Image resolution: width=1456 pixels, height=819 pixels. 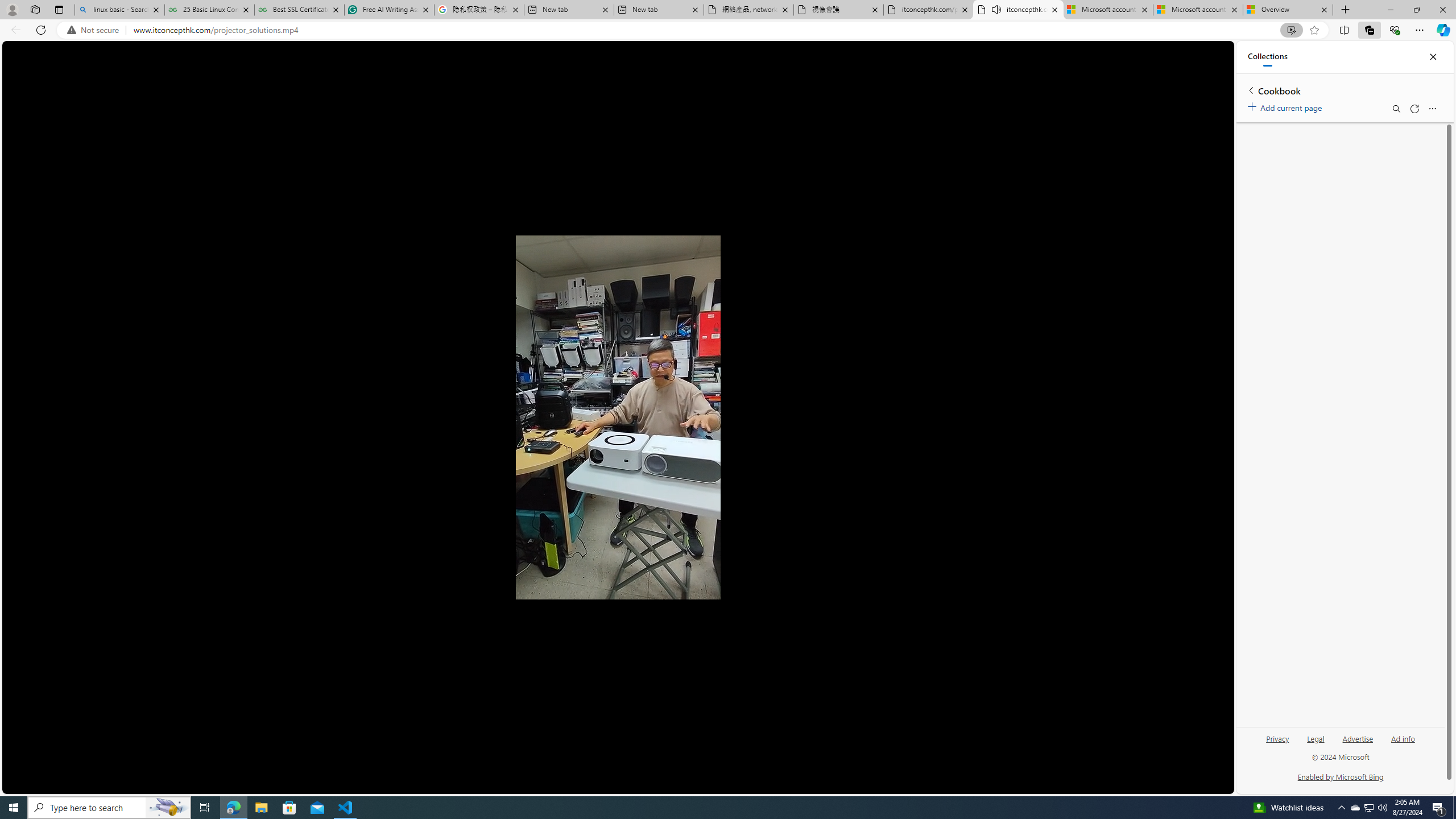 I want to click on 'Add current page', so click(x=1287, y=105).